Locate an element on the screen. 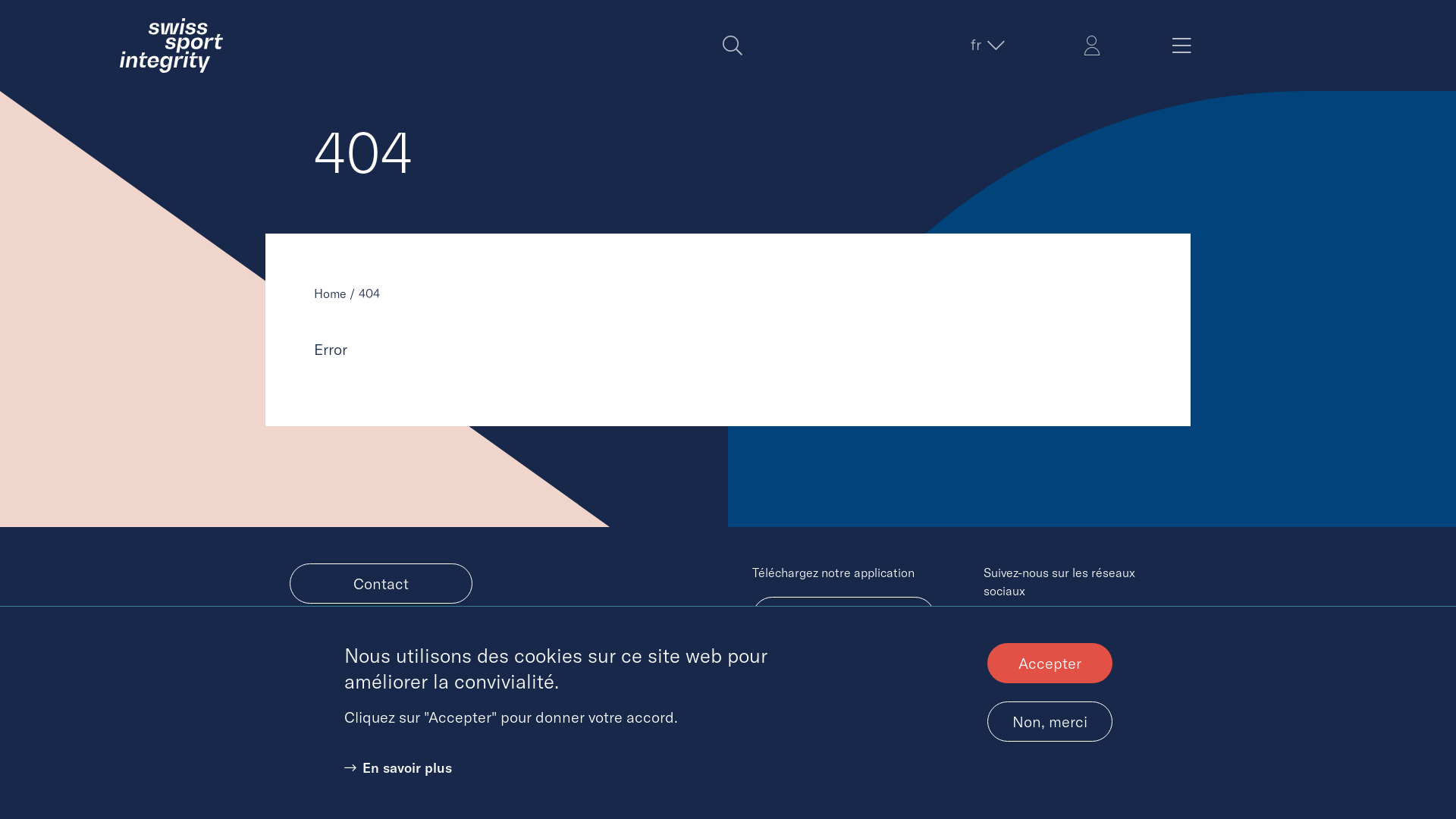 The width and height of the screenshot is (1456, 819). 'Home' is located at coordinates (329, 293).